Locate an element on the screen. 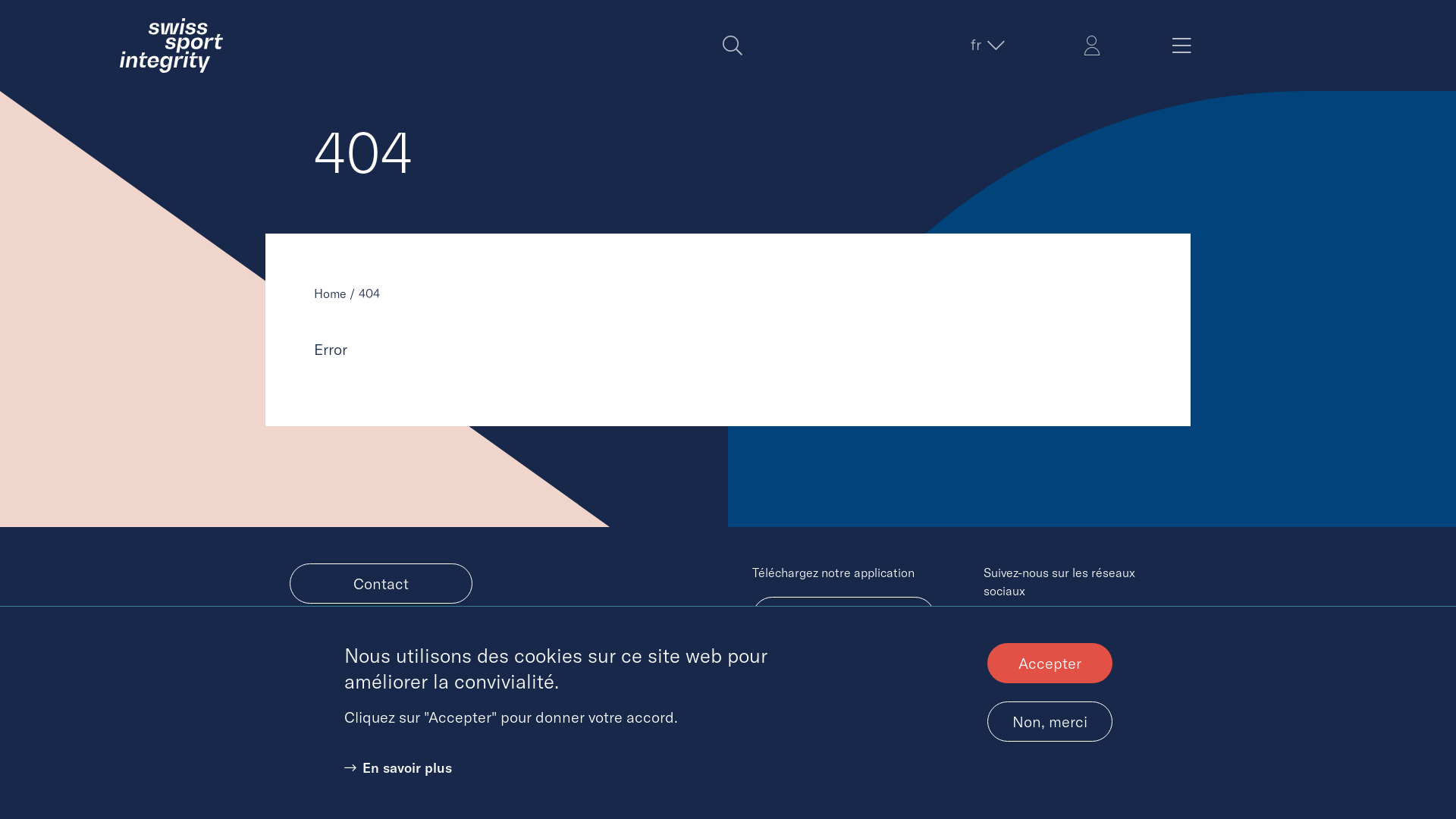 The width and height of the screenshot is (1456, 819). 'Home' is located at coordinates (329, 293).